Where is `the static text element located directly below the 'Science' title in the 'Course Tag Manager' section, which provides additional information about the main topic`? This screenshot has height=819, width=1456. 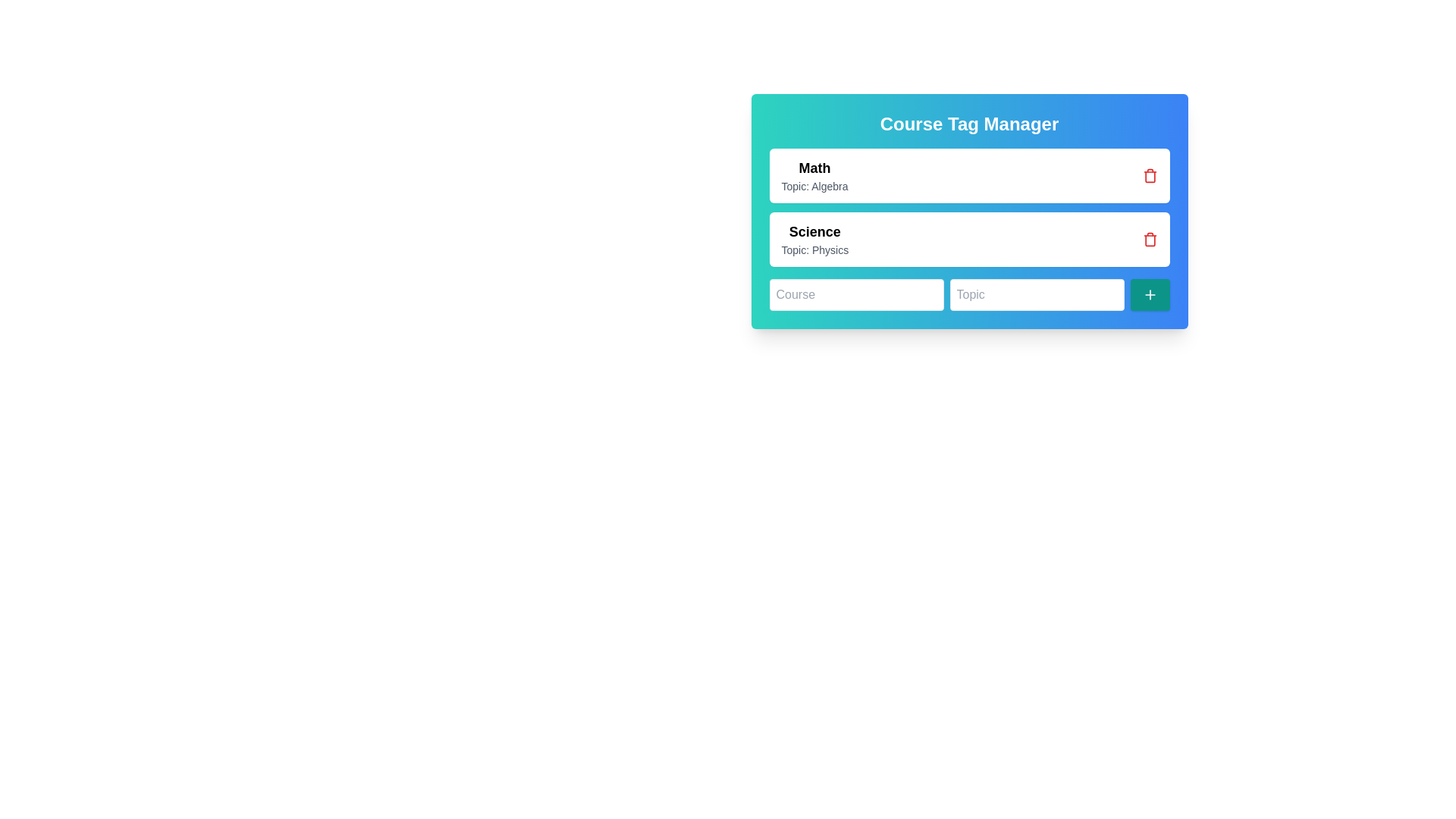
the static text element located directly below the 'Science' title in the 'Course Tag Manager' section, which provides additional information about the main topic is located at coordinates (814, 249).